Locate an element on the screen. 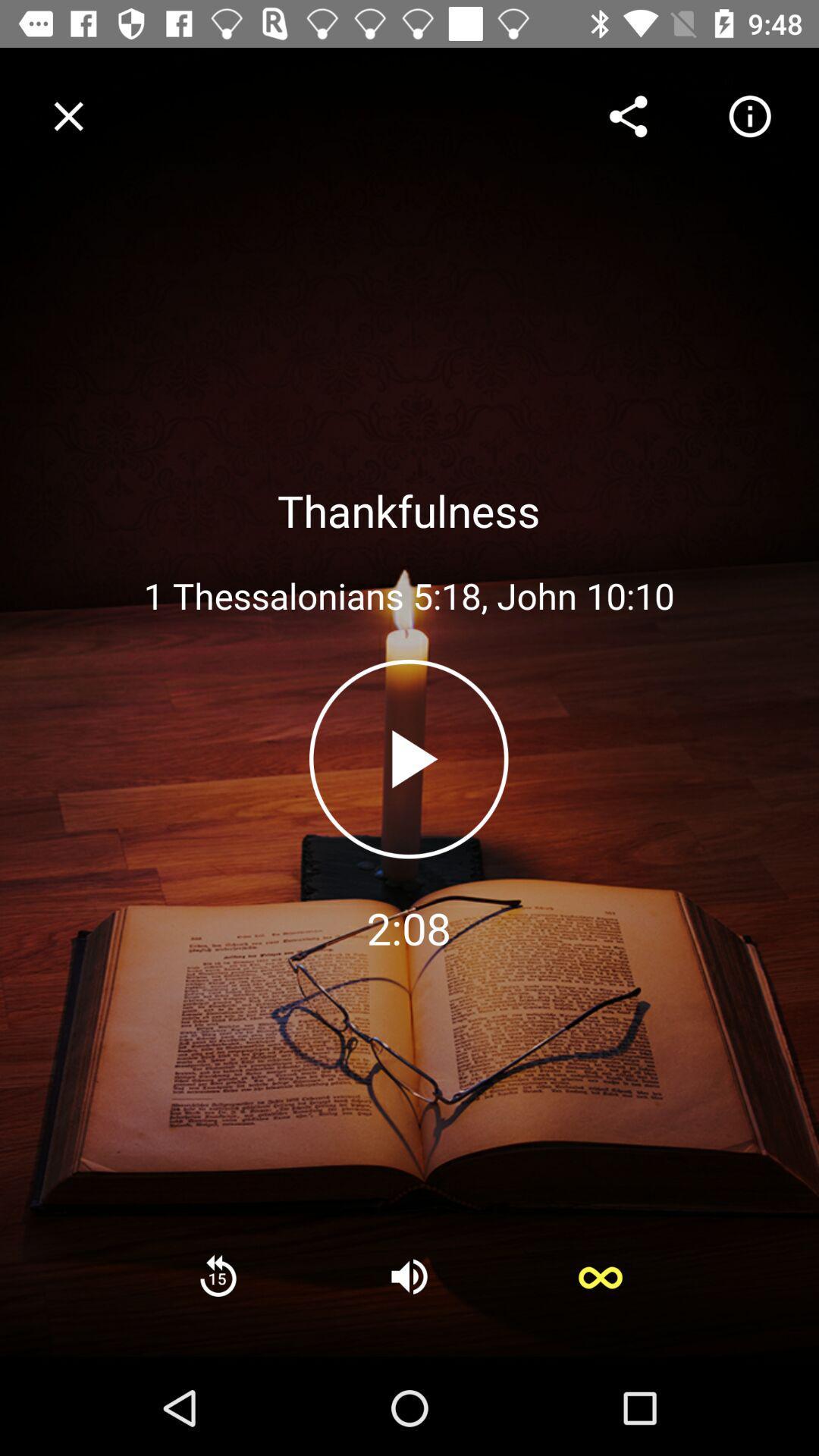  the av_rewind icon is located at coordinates (218, 1276).